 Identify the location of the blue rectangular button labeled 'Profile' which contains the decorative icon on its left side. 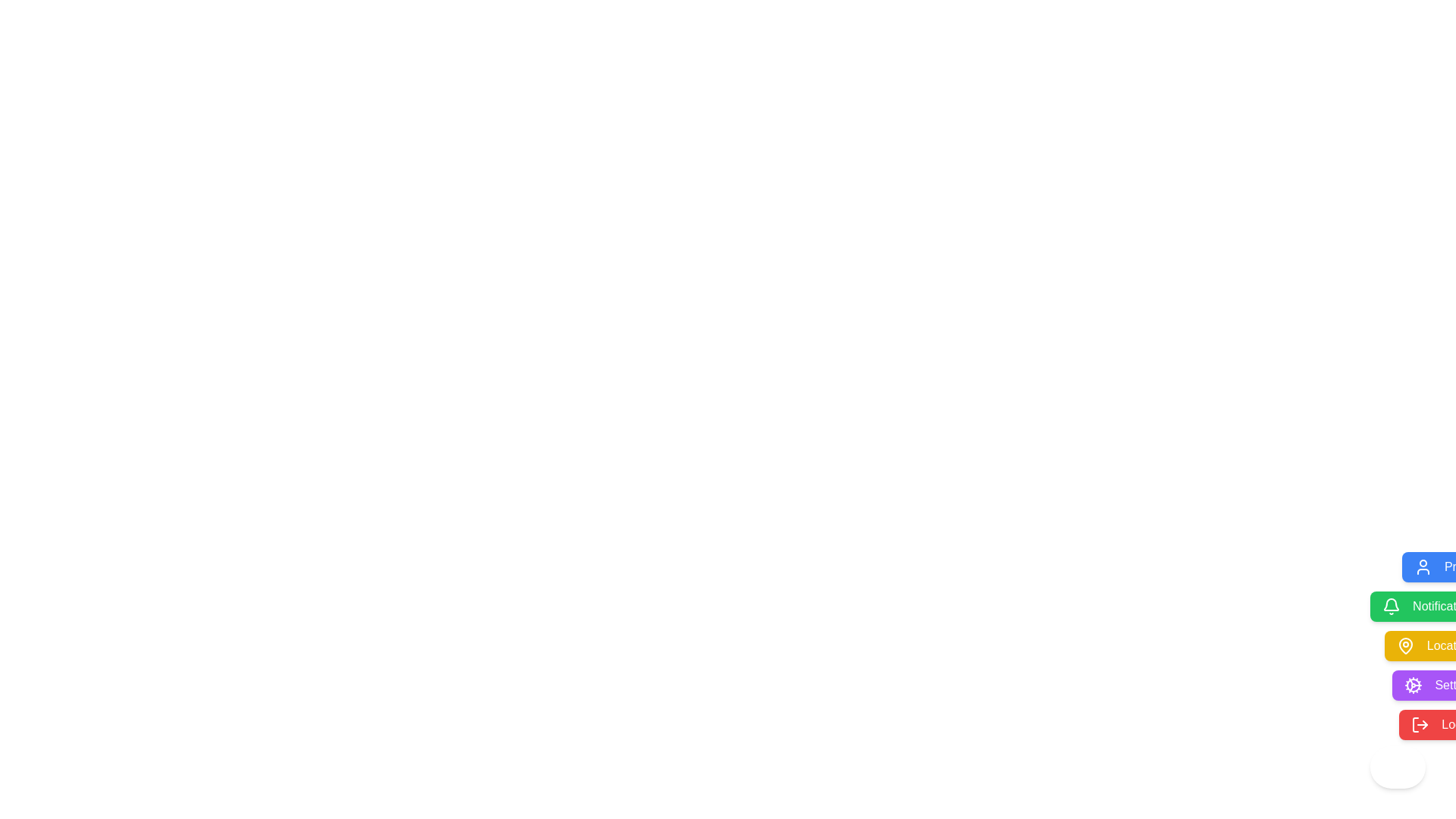
(1422, 567).